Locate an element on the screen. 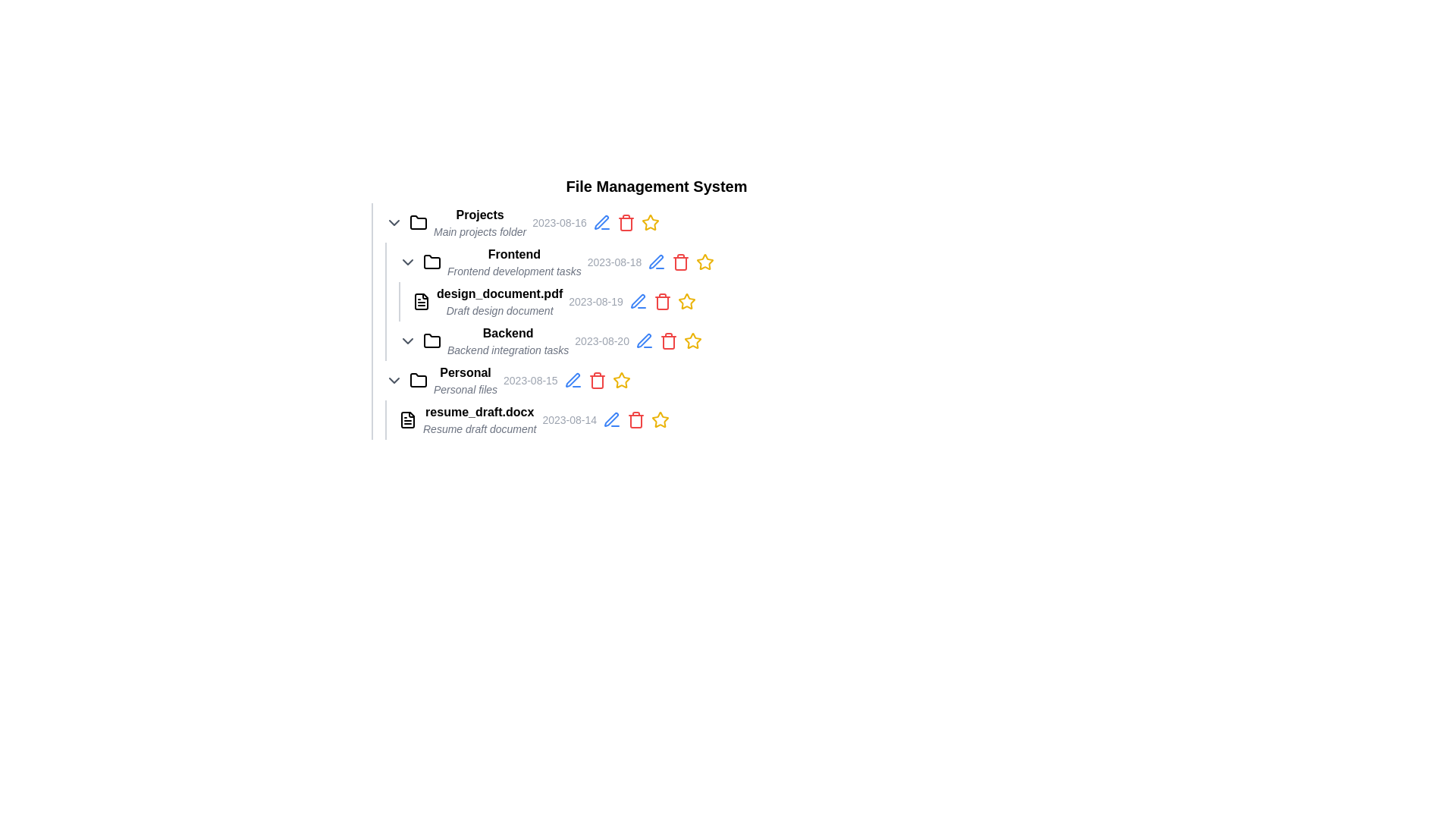 The image size is (1456, 819). text label providing additional descriptive information about the file named 'design_document.pdf', located below its sibling text in the 'Frontend' folder is located at coordinates (500, 309).